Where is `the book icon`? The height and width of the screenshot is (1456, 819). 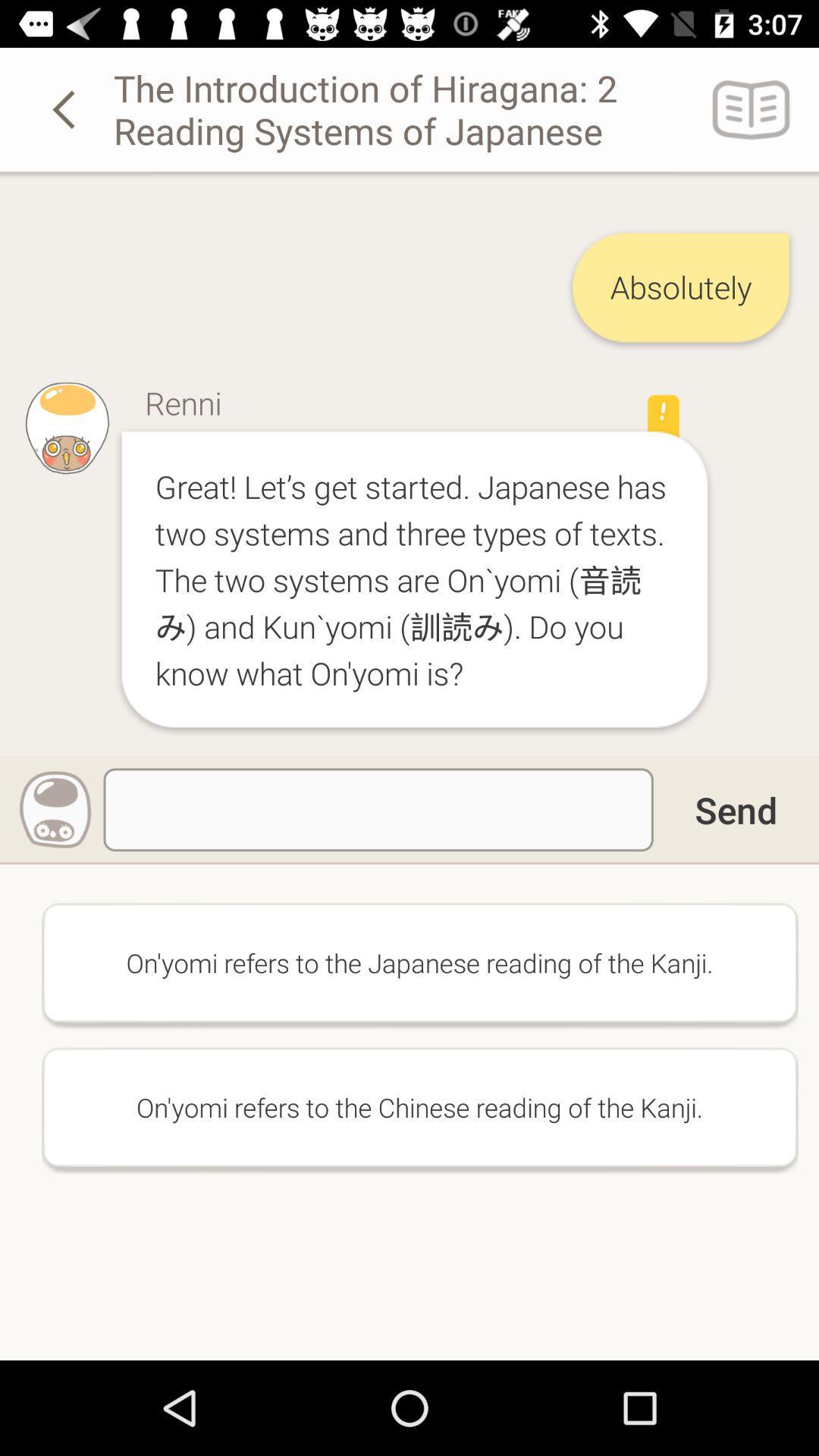
the book icon is located at coordinates (752, 108).